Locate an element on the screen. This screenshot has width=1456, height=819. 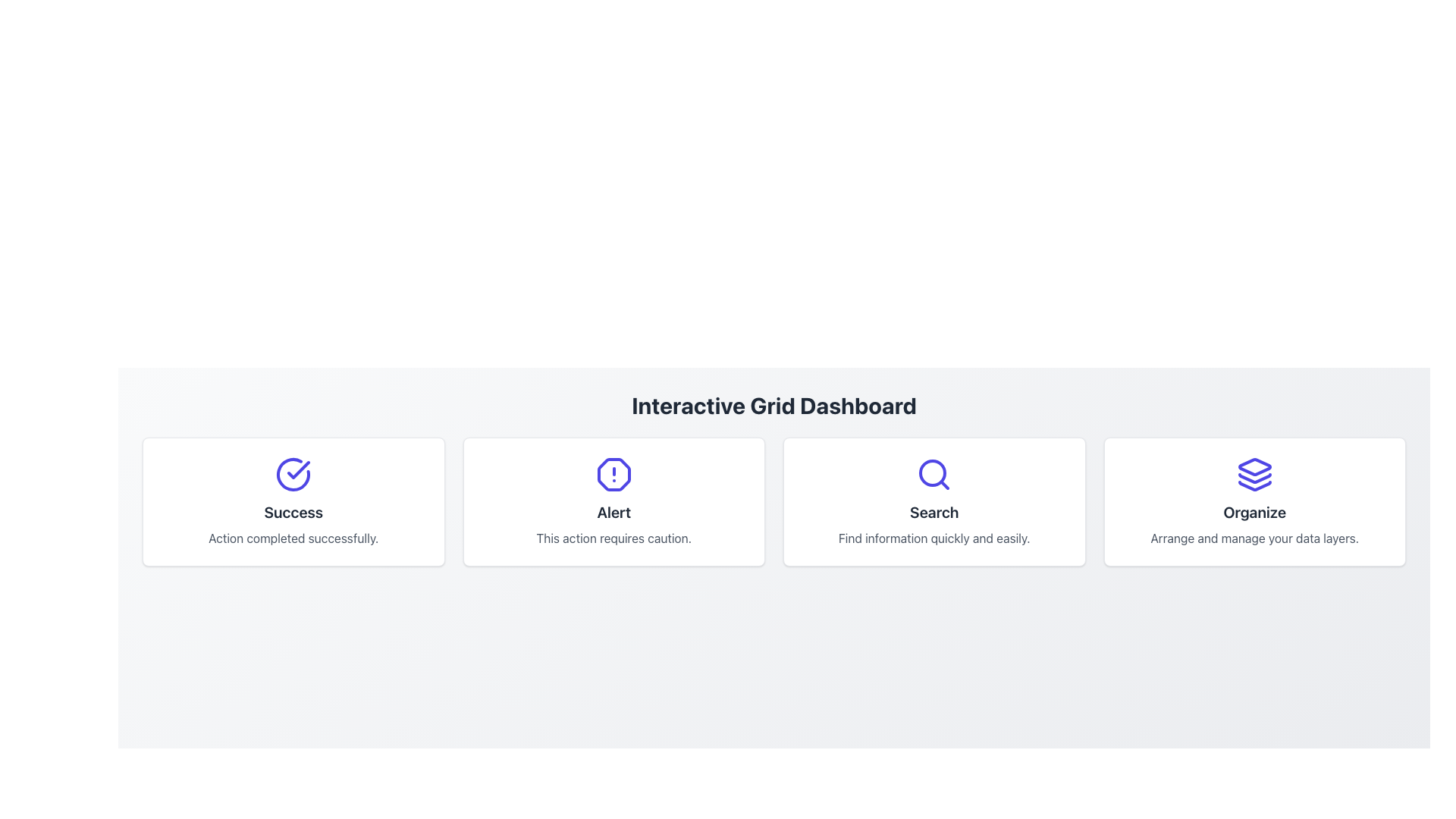
the cautionary text label located at the bottom of the 'Alert' panel, which is visually represented by an octagon icon with an exclamation mark above it is located at coordinates (613, 537).